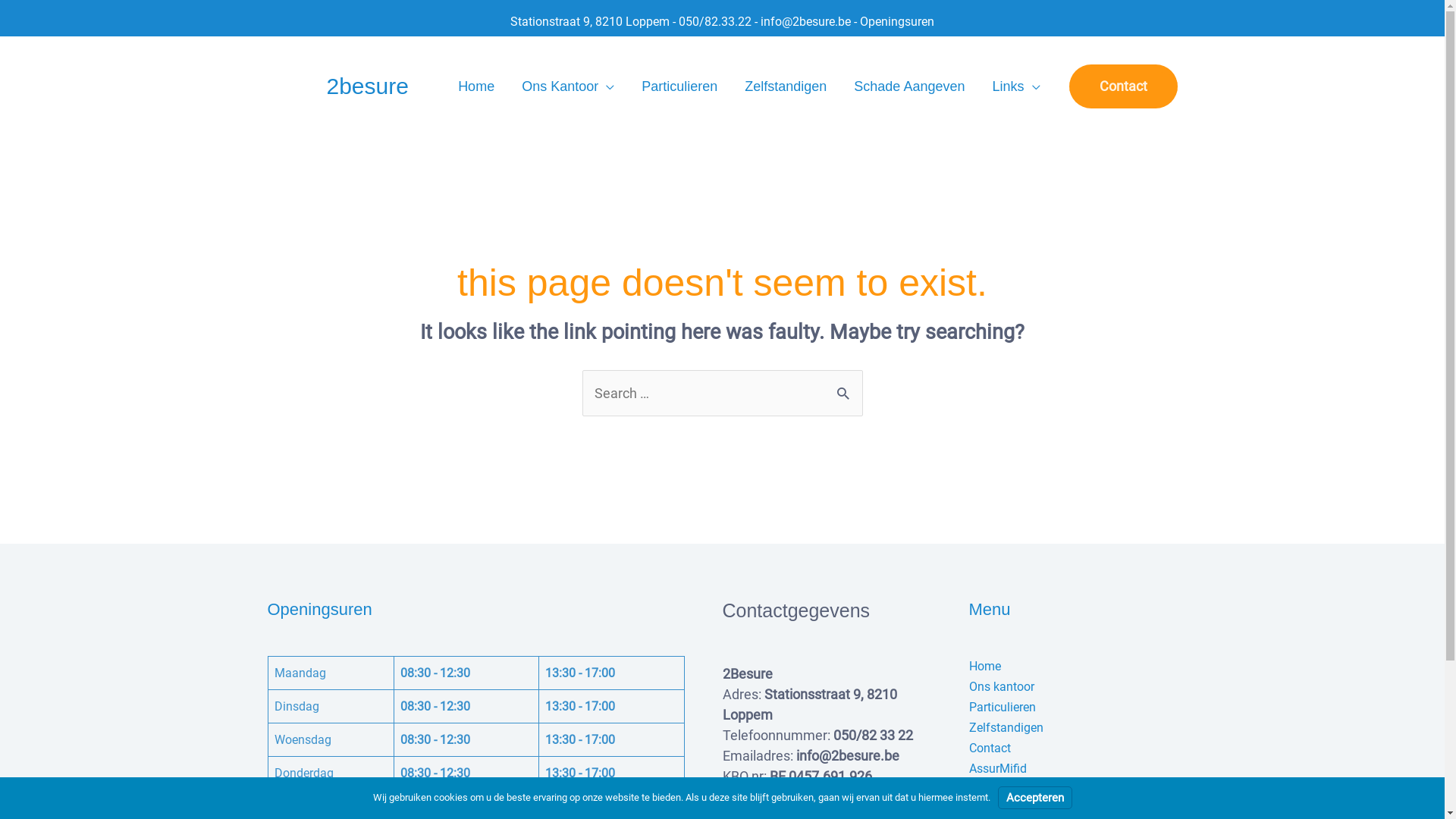 Image resolution: width=1456 pixels, height=819 pixels. Describe the element at coordinates (896, 21) in the screenshot. I see `'Openingsuren'` at that location.